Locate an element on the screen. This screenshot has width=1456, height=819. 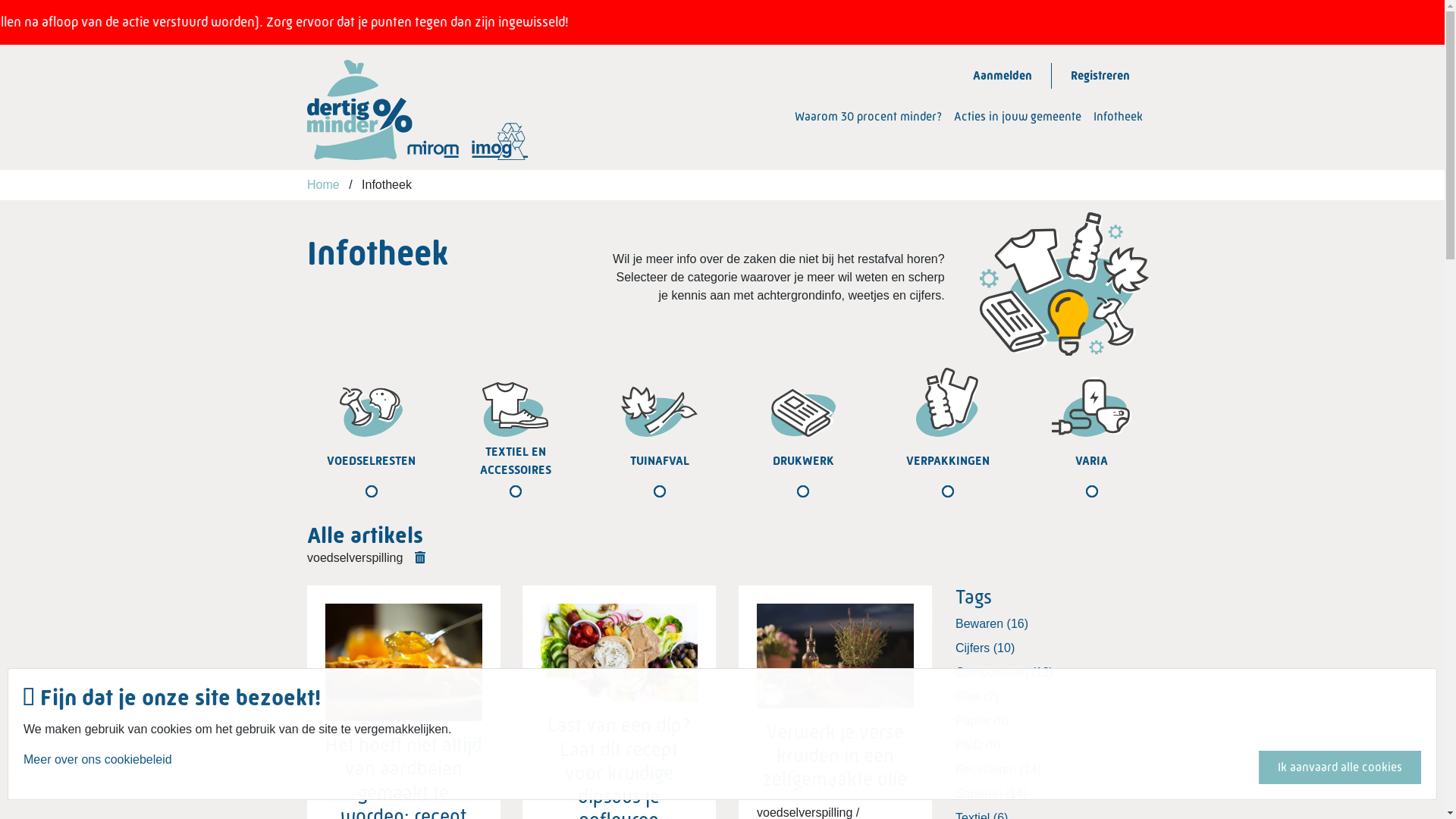
'Waarom 30 procent minder?' is located at coordinates (793, 115).